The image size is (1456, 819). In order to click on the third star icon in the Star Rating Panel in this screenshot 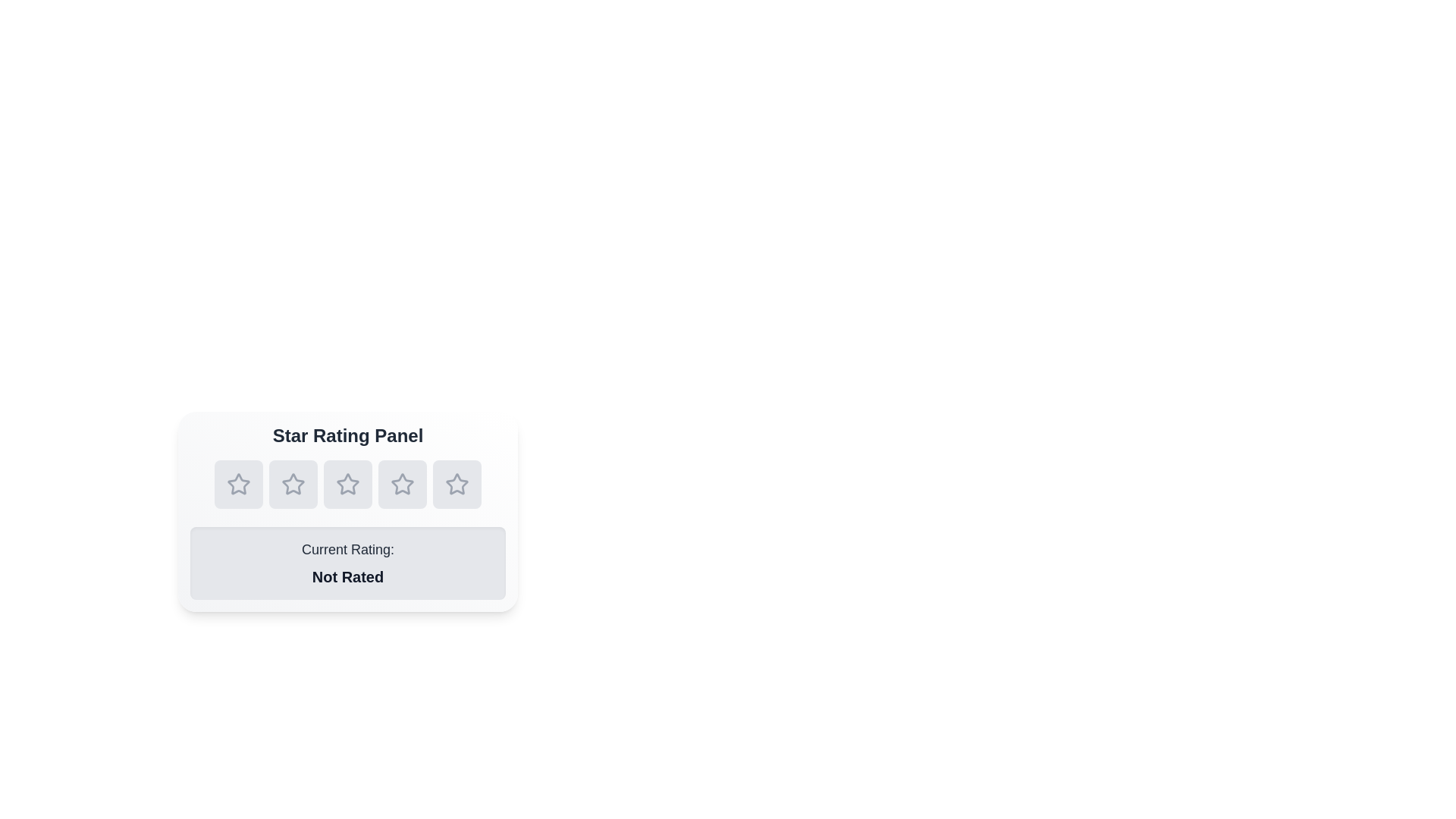, I will do `click(347, 485)`.